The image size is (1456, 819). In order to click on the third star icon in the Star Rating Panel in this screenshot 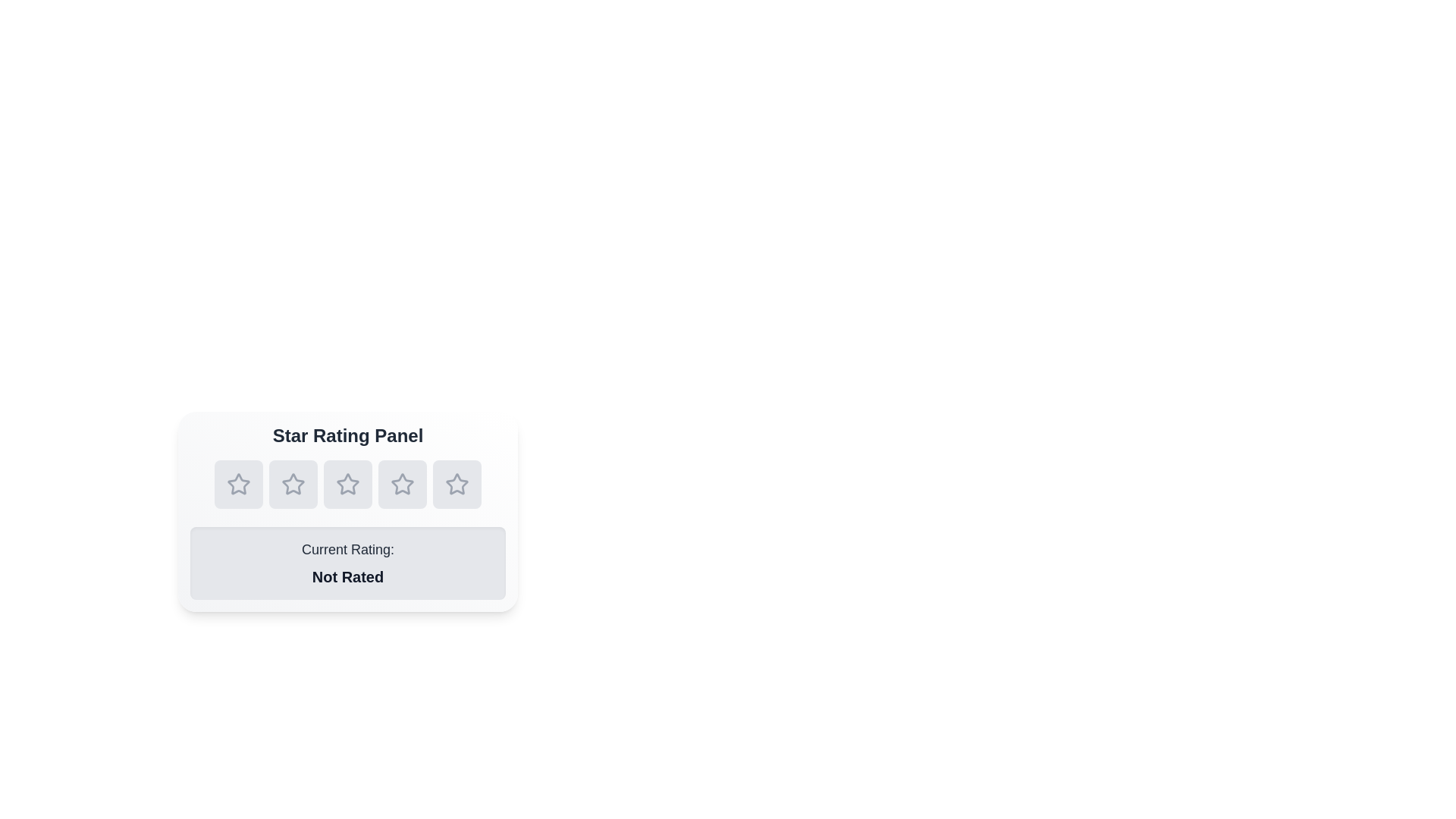, I will do `click(347, 485)`.